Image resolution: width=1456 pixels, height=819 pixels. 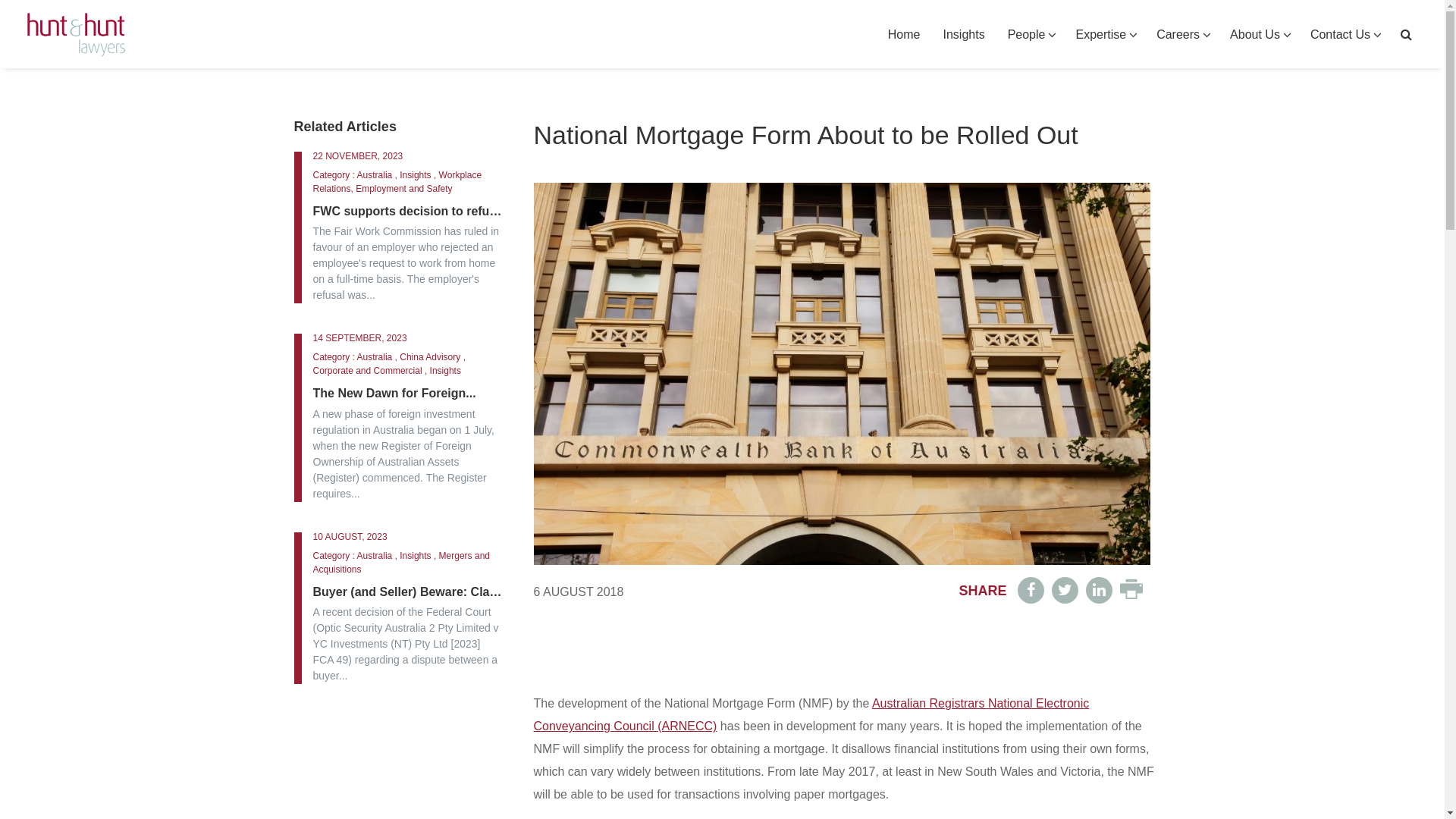 What do you see at coordinates (415, 555) in the screenshot?
I see `'Insights'` at bounding box center [415, 555].